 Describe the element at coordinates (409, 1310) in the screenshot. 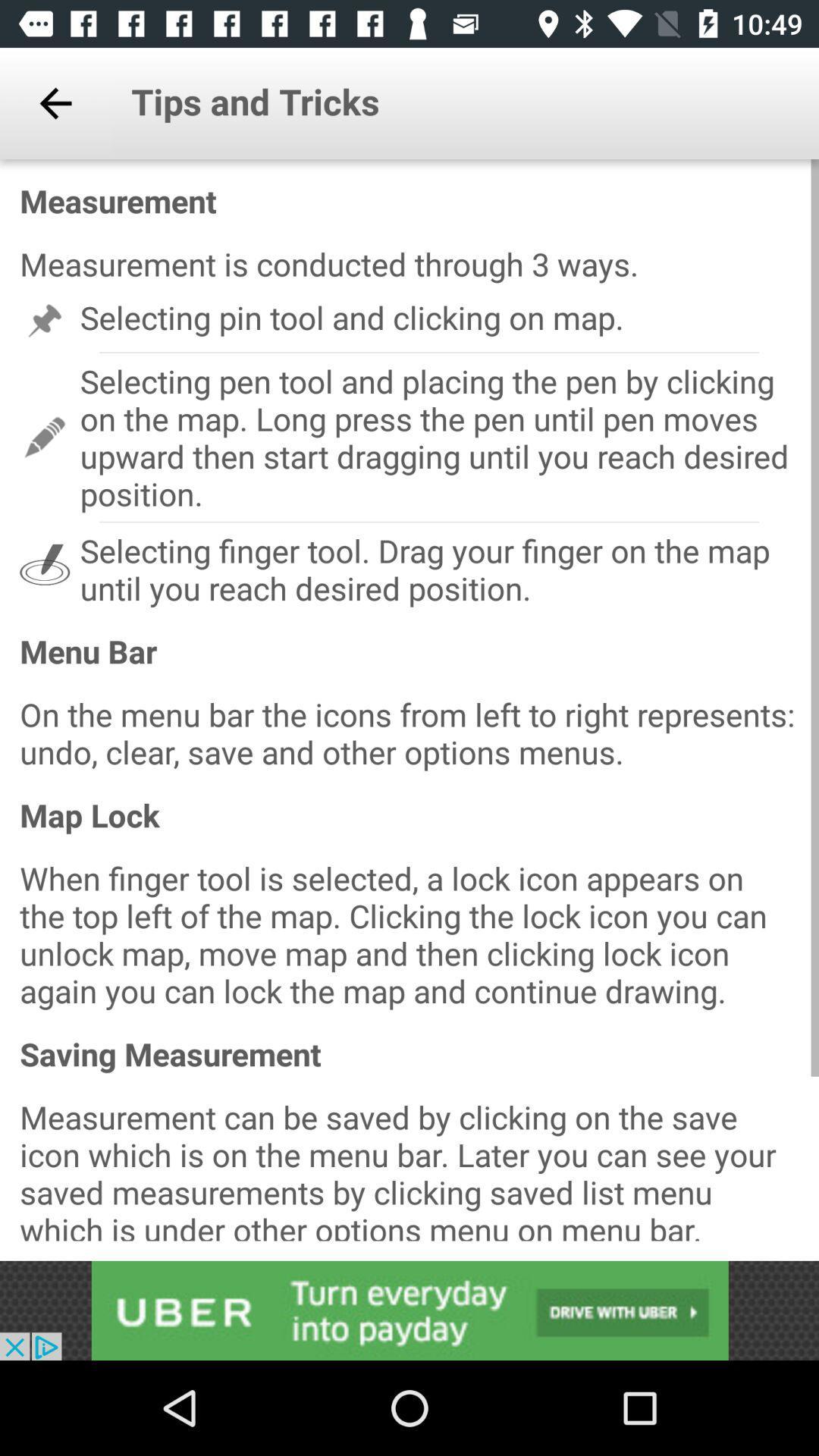

I see `advertisement` at that location.